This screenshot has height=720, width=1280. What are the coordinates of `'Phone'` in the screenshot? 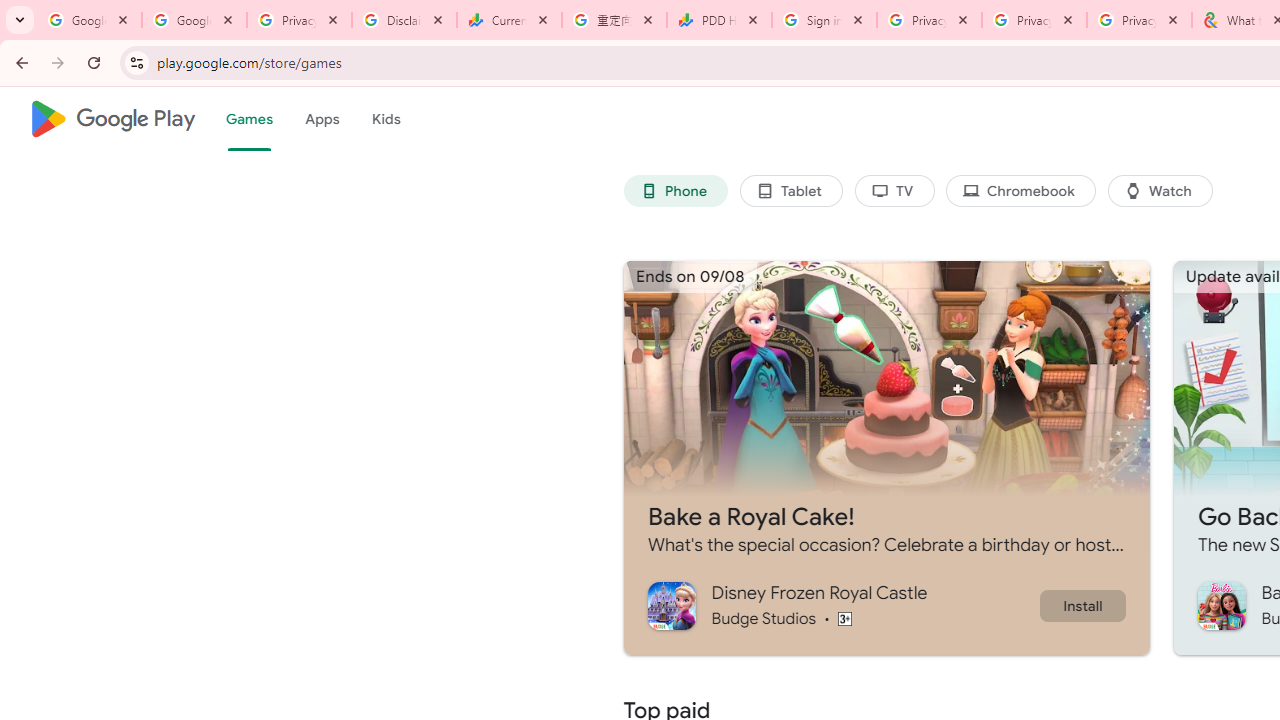 It's located at (675, 191).